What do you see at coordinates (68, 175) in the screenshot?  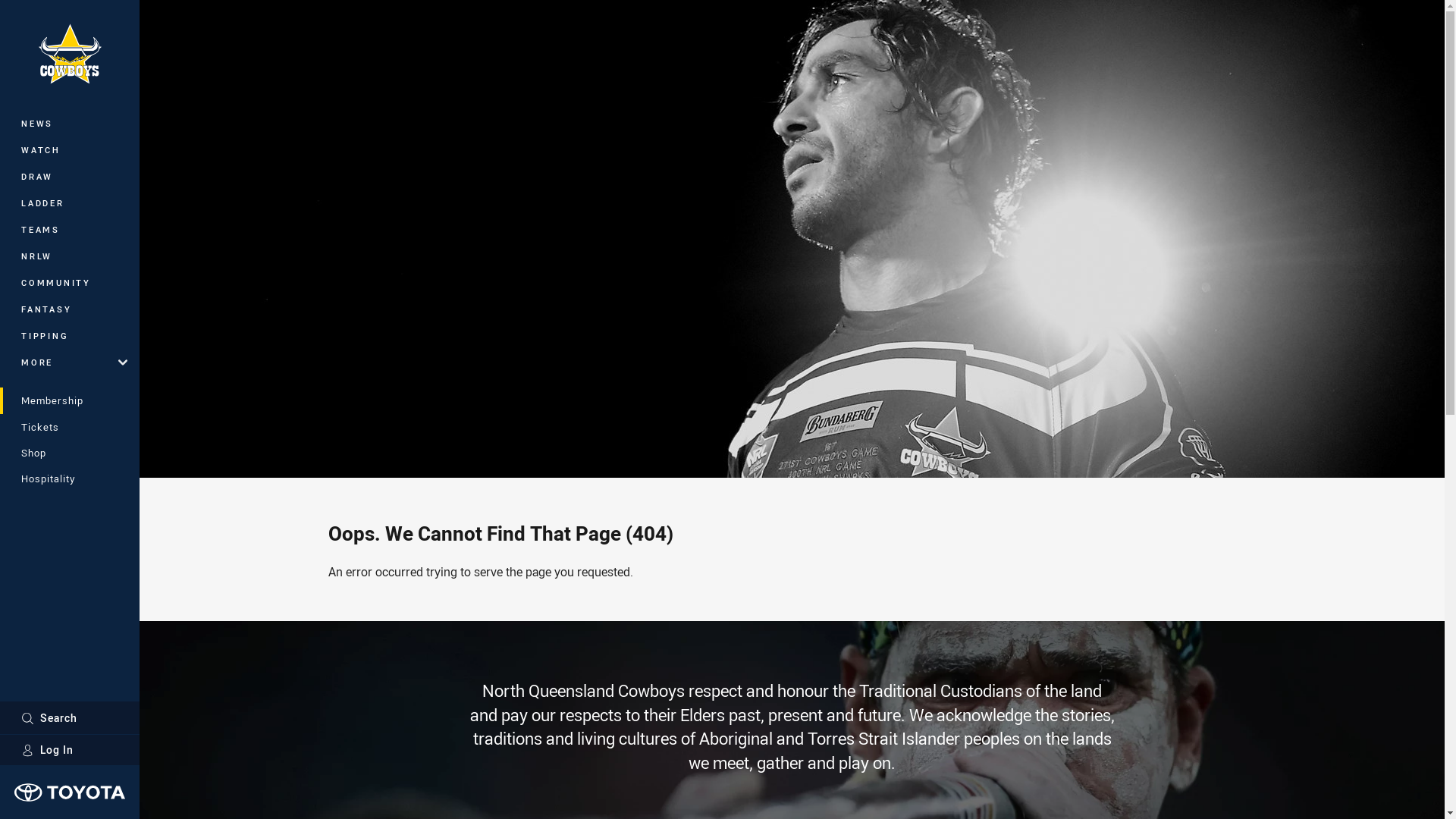 I see `'DRAW'` at bounding box center [68, 175].